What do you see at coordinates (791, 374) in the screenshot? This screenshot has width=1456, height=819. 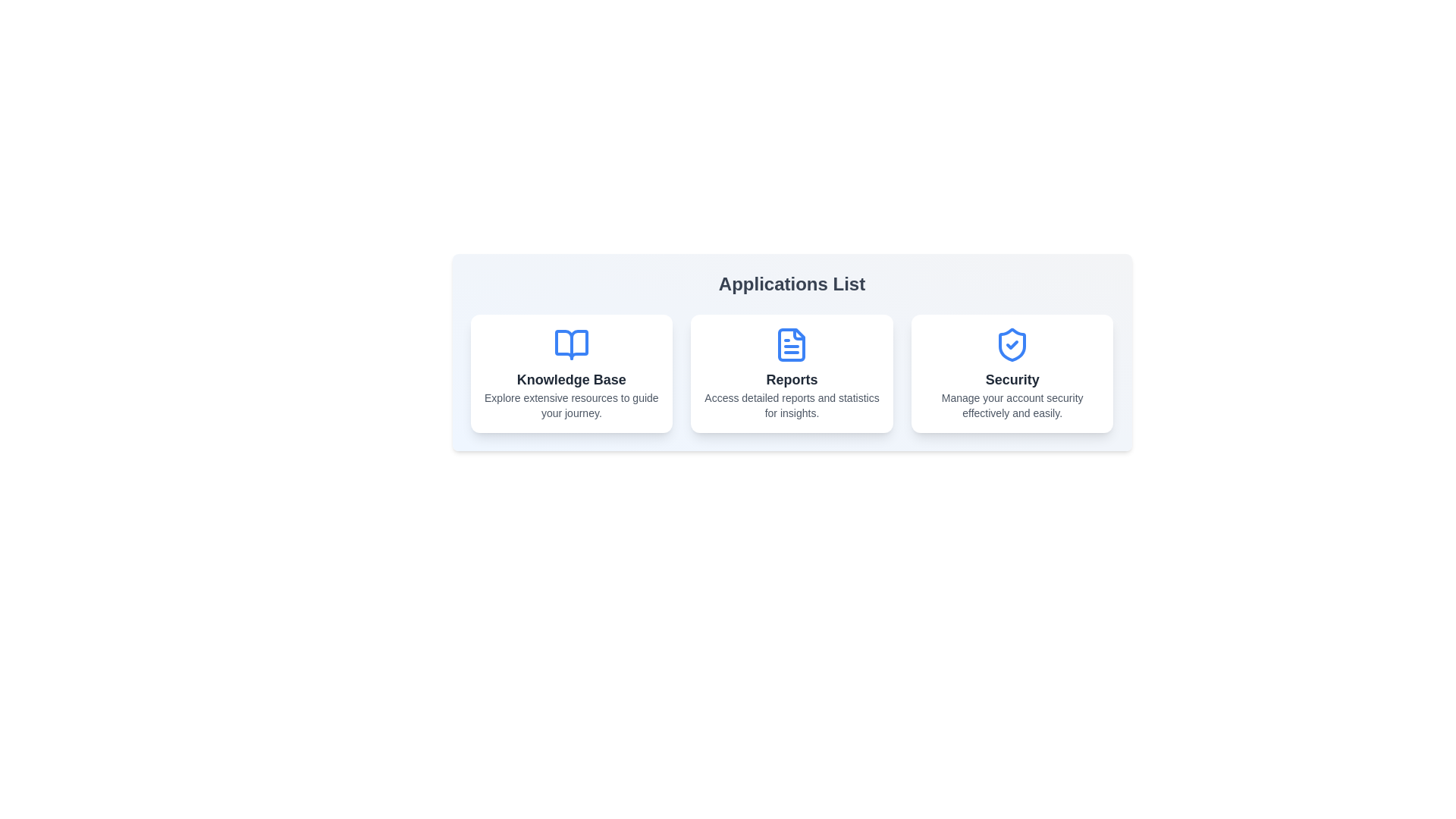 I see `the card titled Reports to observe the hover effect` at bounding box center [791, 374].